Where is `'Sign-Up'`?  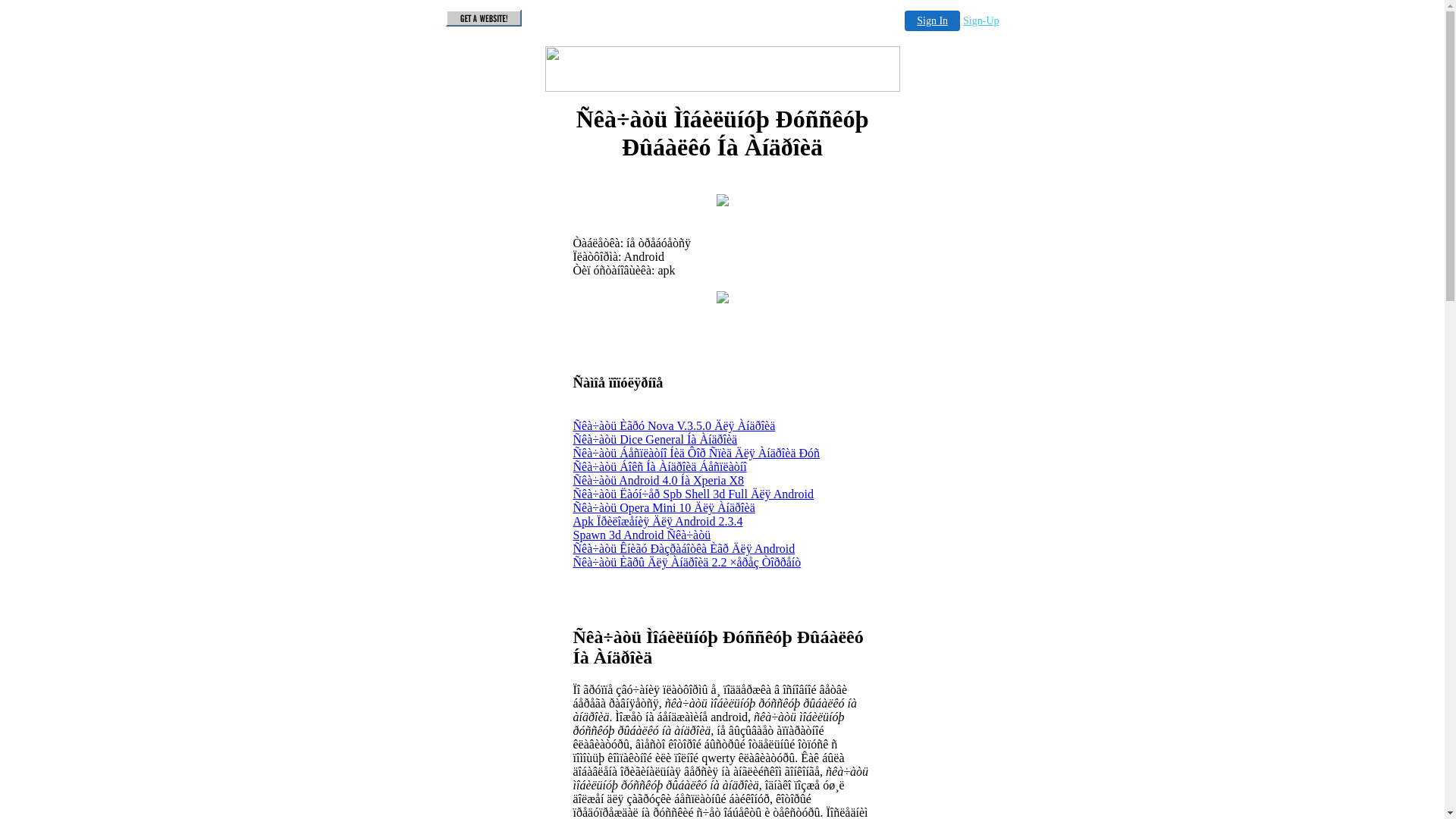 'Sign-Up' is located at coordinates (981, 20).